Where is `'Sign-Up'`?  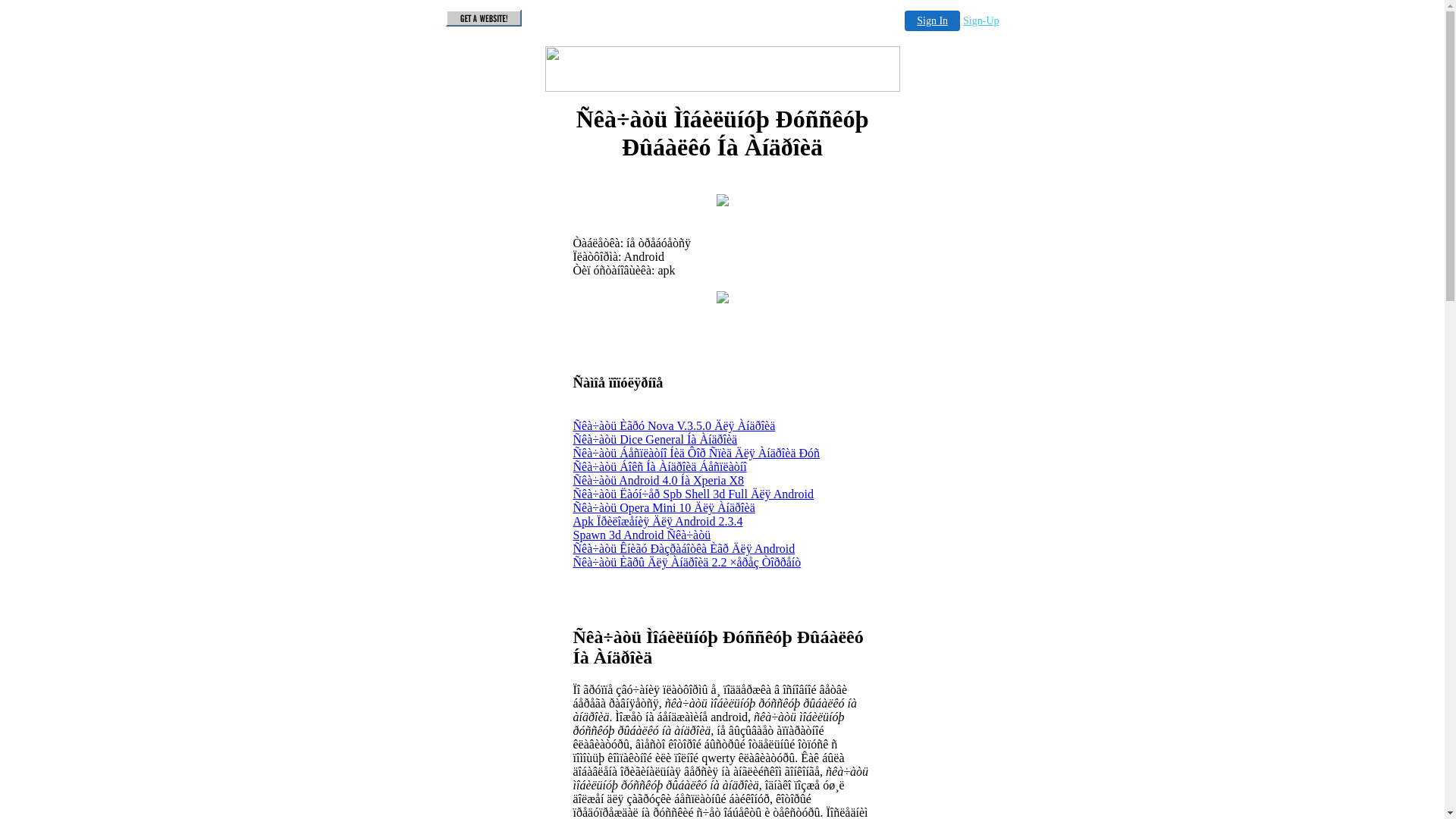 'Sign-Up' is located at coordinates (981, 20).